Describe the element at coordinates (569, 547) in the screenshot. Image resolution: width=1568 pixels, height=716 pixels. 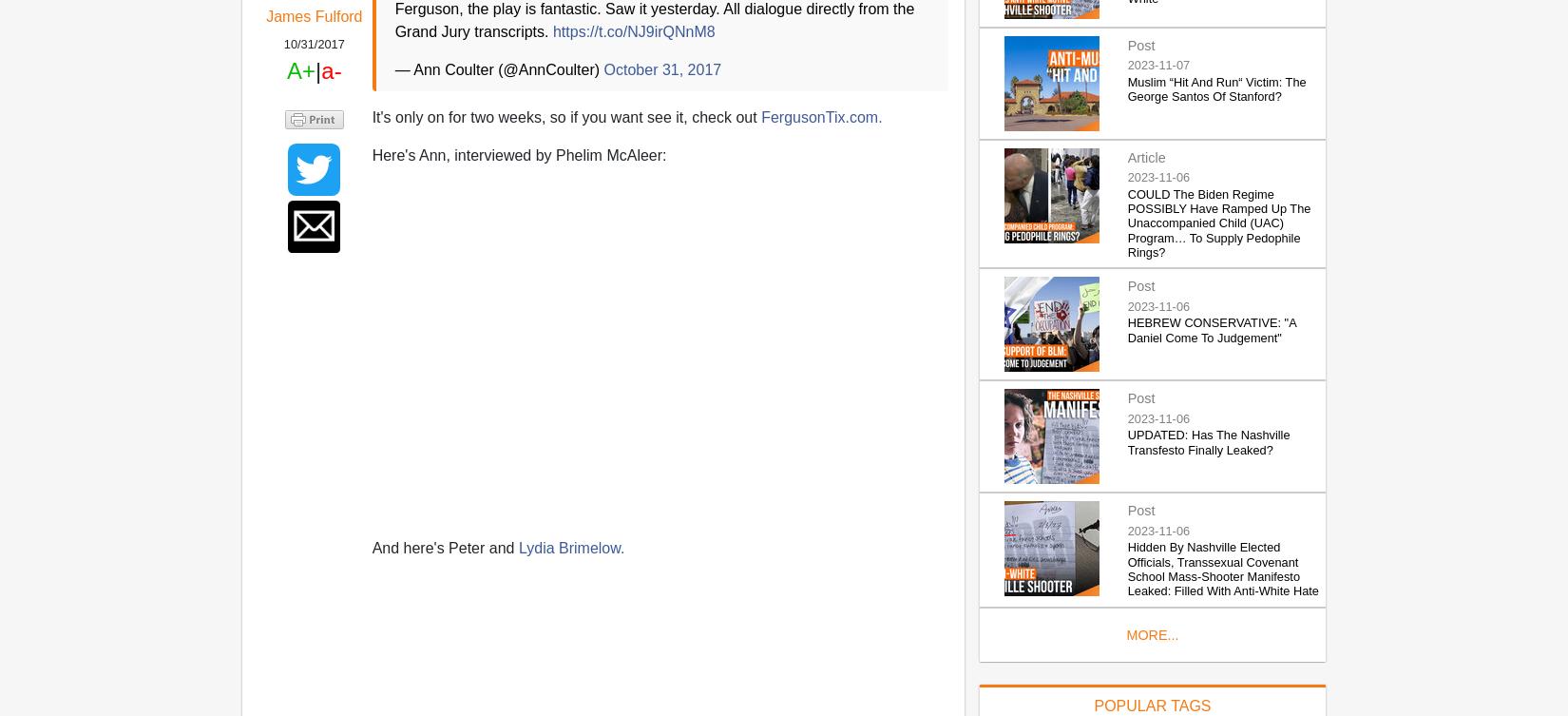
I see `'Lydia Brimelow.'` at that location.